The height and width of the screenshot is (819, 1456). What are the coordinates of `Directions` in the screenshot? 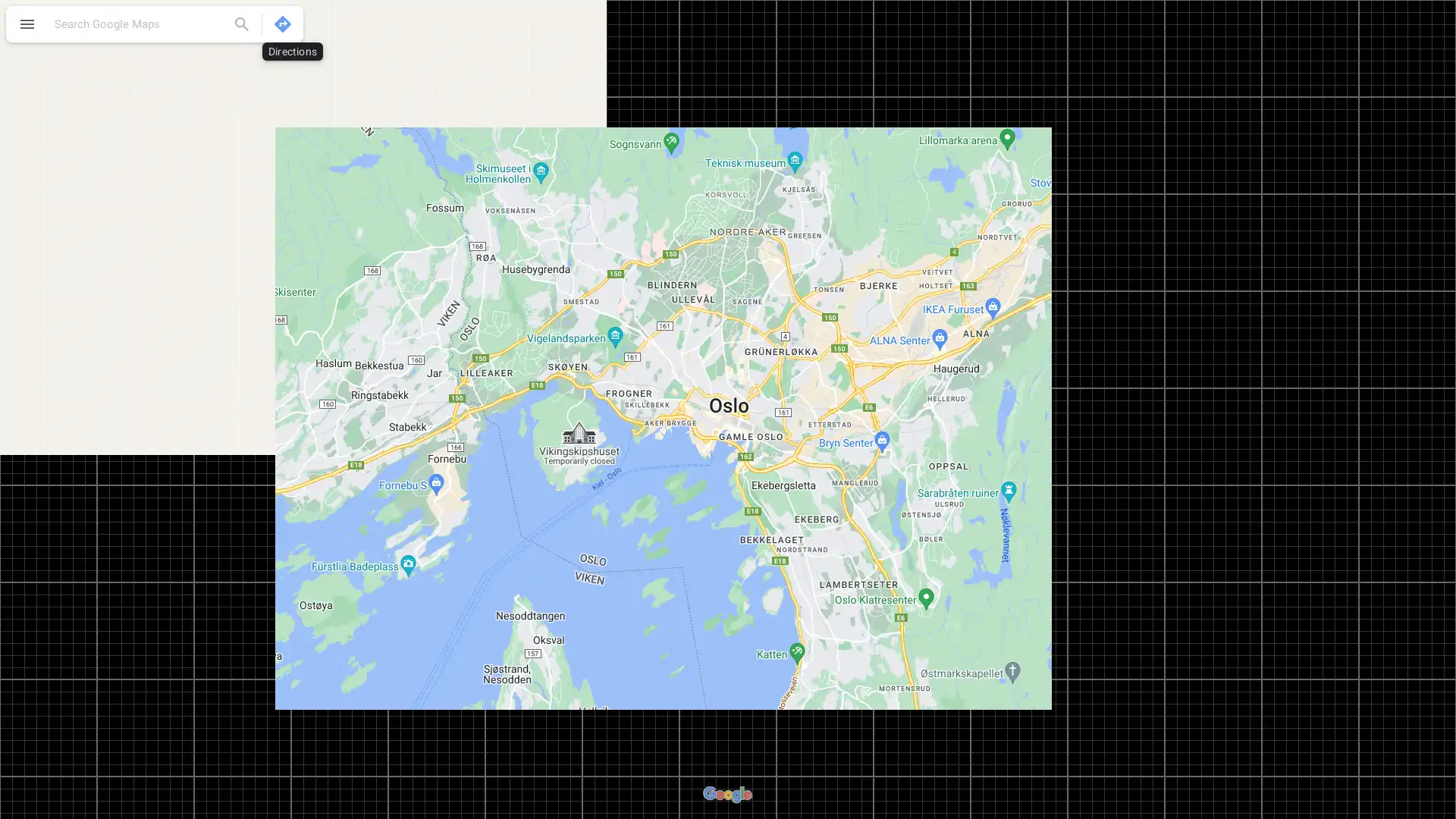 It's located at (283, 24).